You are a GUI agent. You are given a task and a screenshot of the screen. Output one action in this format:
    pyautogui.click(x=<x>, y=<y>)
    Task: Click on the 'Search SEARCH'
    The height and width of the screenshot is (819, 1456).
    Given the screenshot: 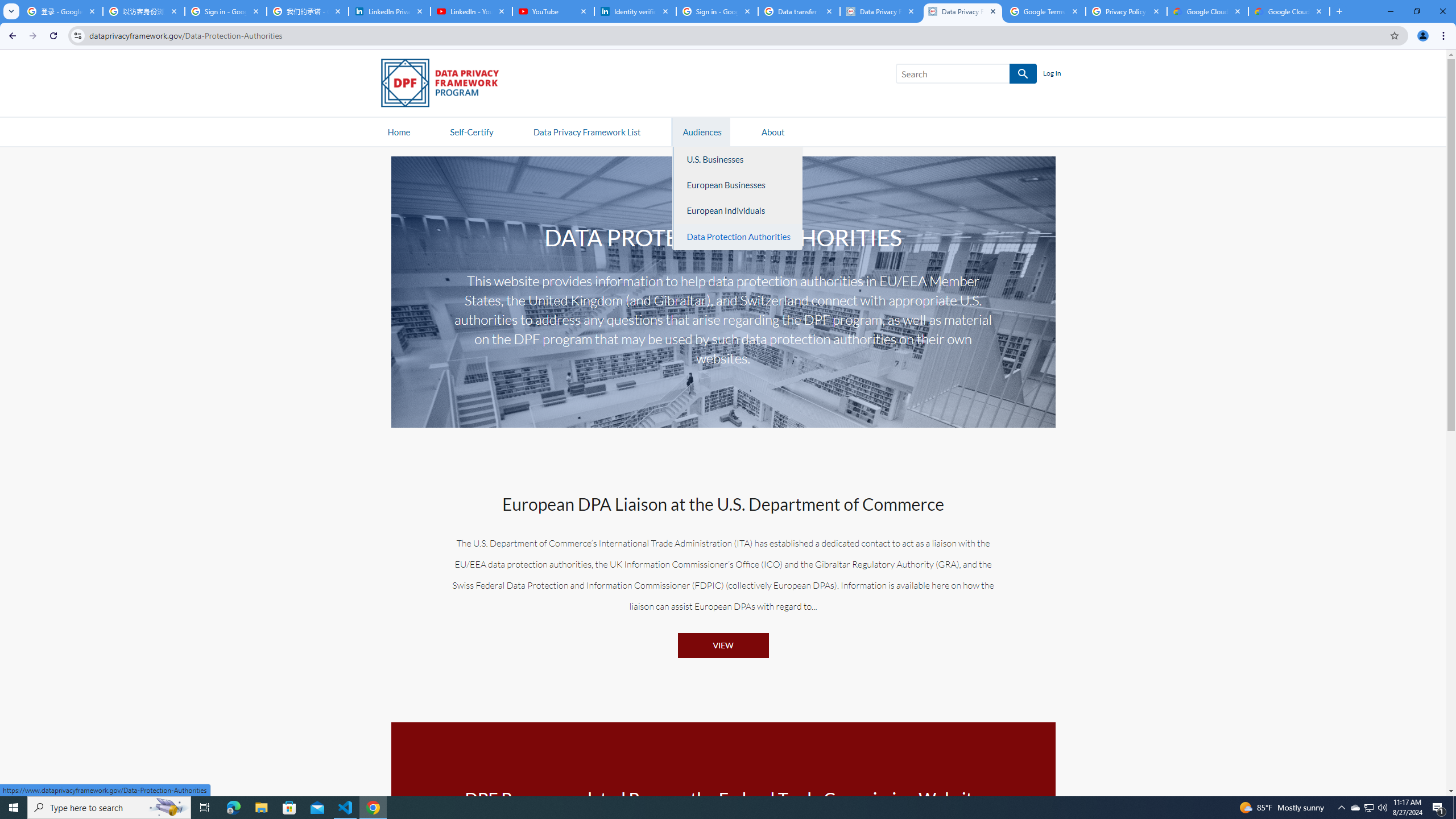 What is the action you would take?
    pyautogui.click(x=965, y=76)
    